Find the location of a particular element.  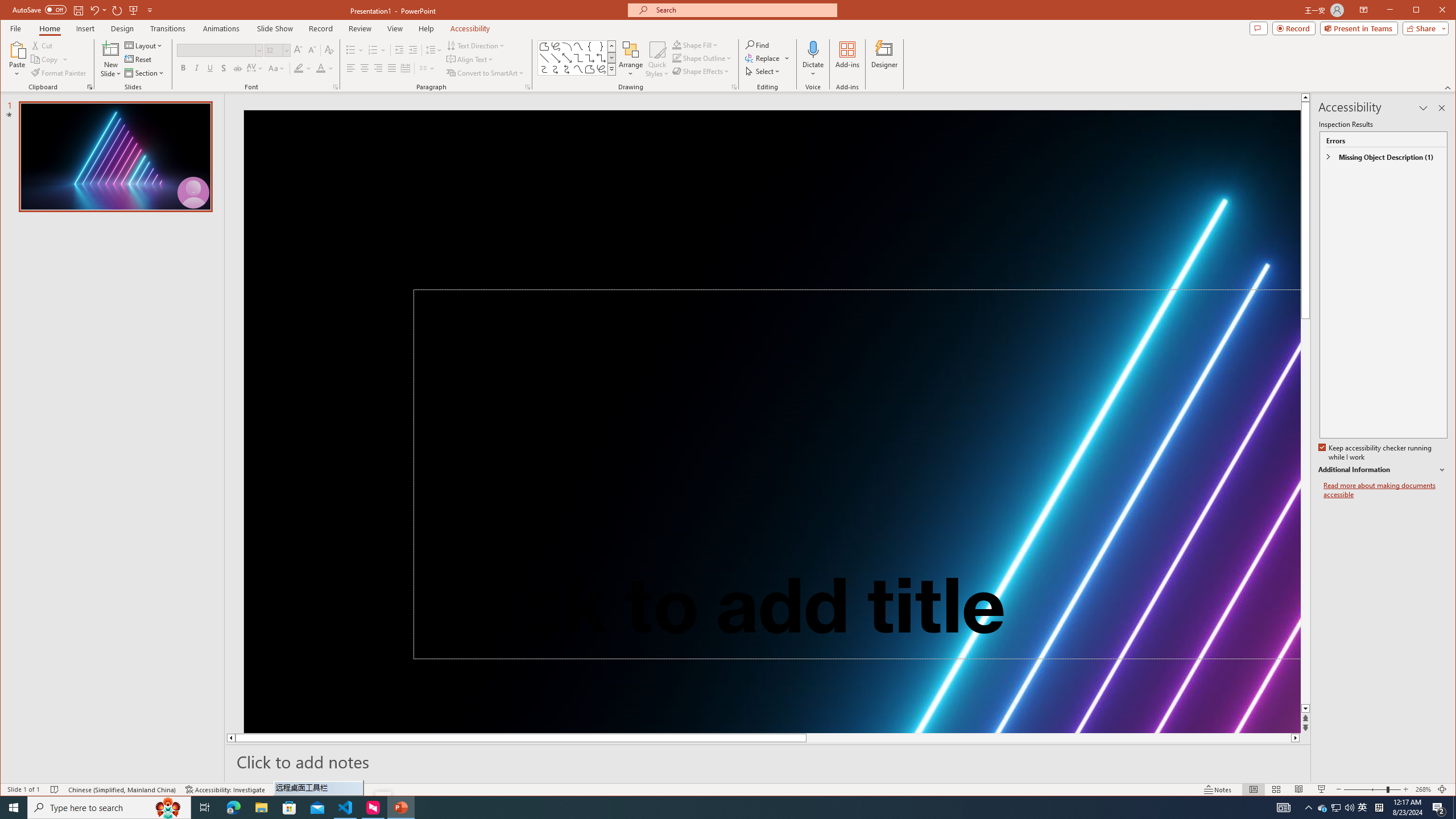

'Connector: Curved Arrow' is located at coordinates (556, 69).